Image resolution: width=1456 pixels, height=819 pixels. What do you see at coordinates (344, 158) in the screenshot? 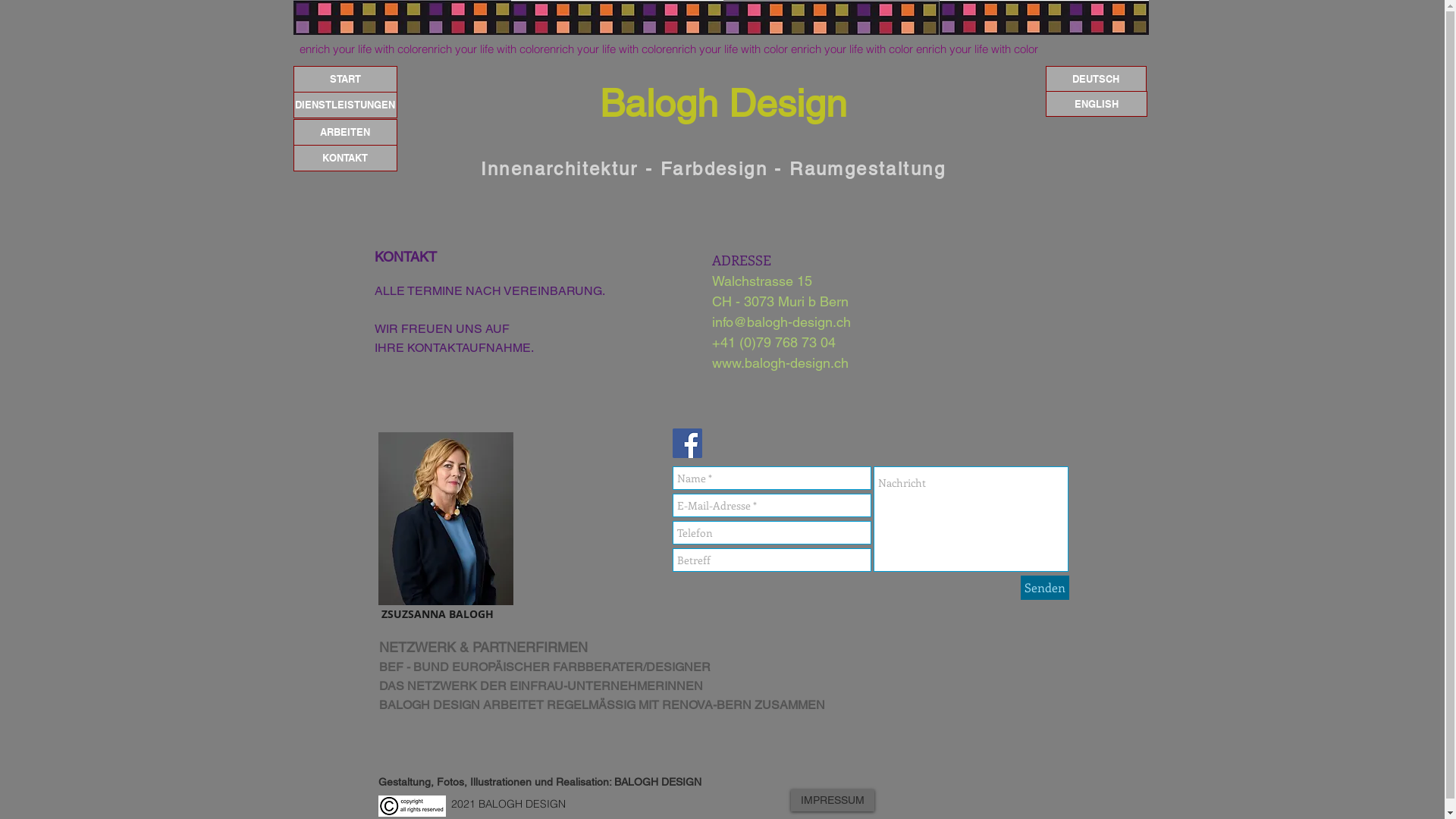
I see `'KONTAKT'` at bounding box center [344, 158].